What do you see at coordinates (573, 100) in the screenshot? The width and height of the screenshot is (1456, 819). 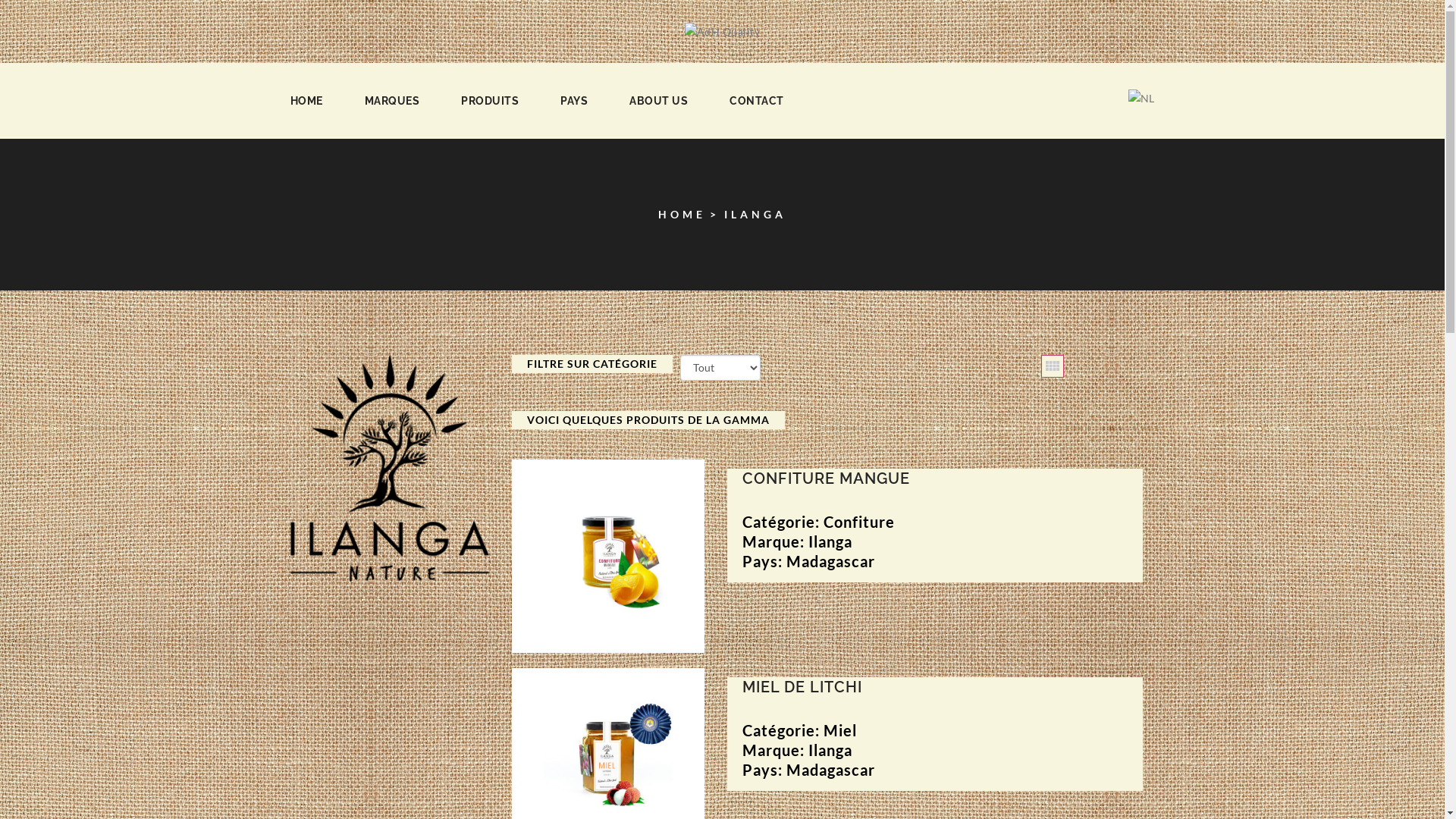 I see `'PAYS'` at bounding box center [573, 100].